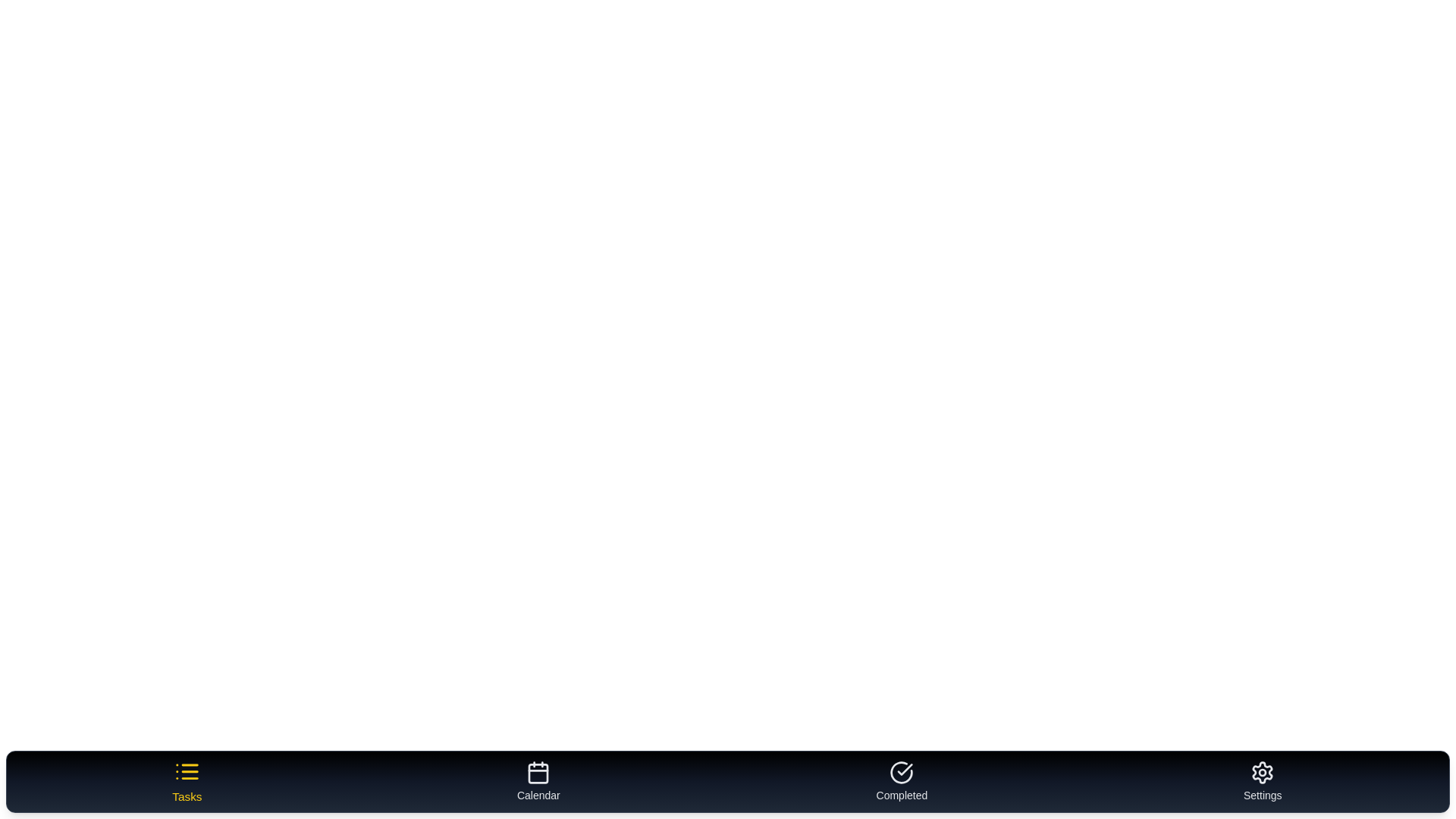 The height and width of the screenshot is (819, 1456). I want to click on the tab labeled 'Calendar' to preview its behavior, so click(538, 781).